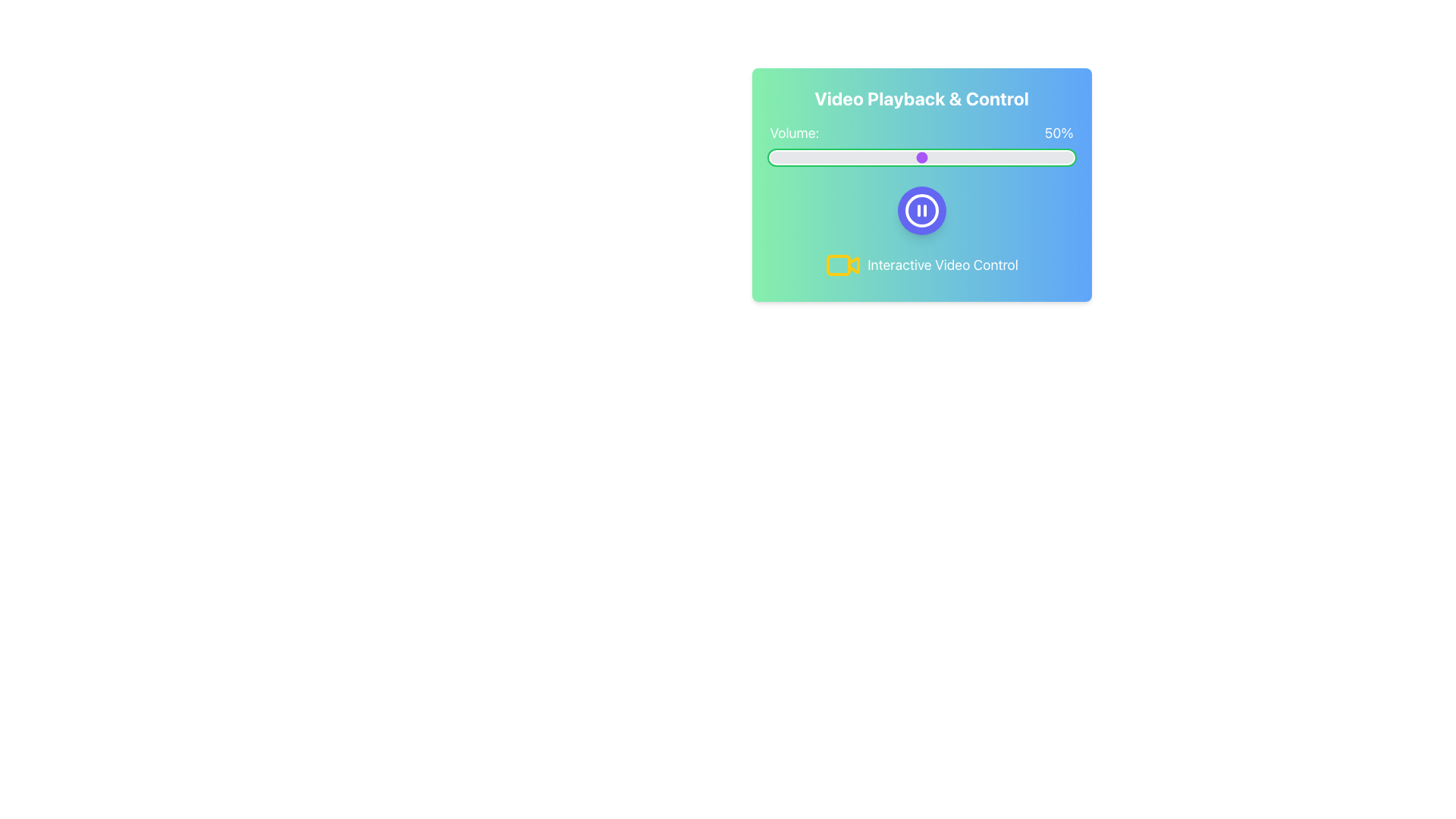 Image resolution: width=1456 pixels, height=819 pixels. I want to click on the SVG graphic icon representing video-related functions located to the left of the text 'Interactive Video Control', so click(843, 265).